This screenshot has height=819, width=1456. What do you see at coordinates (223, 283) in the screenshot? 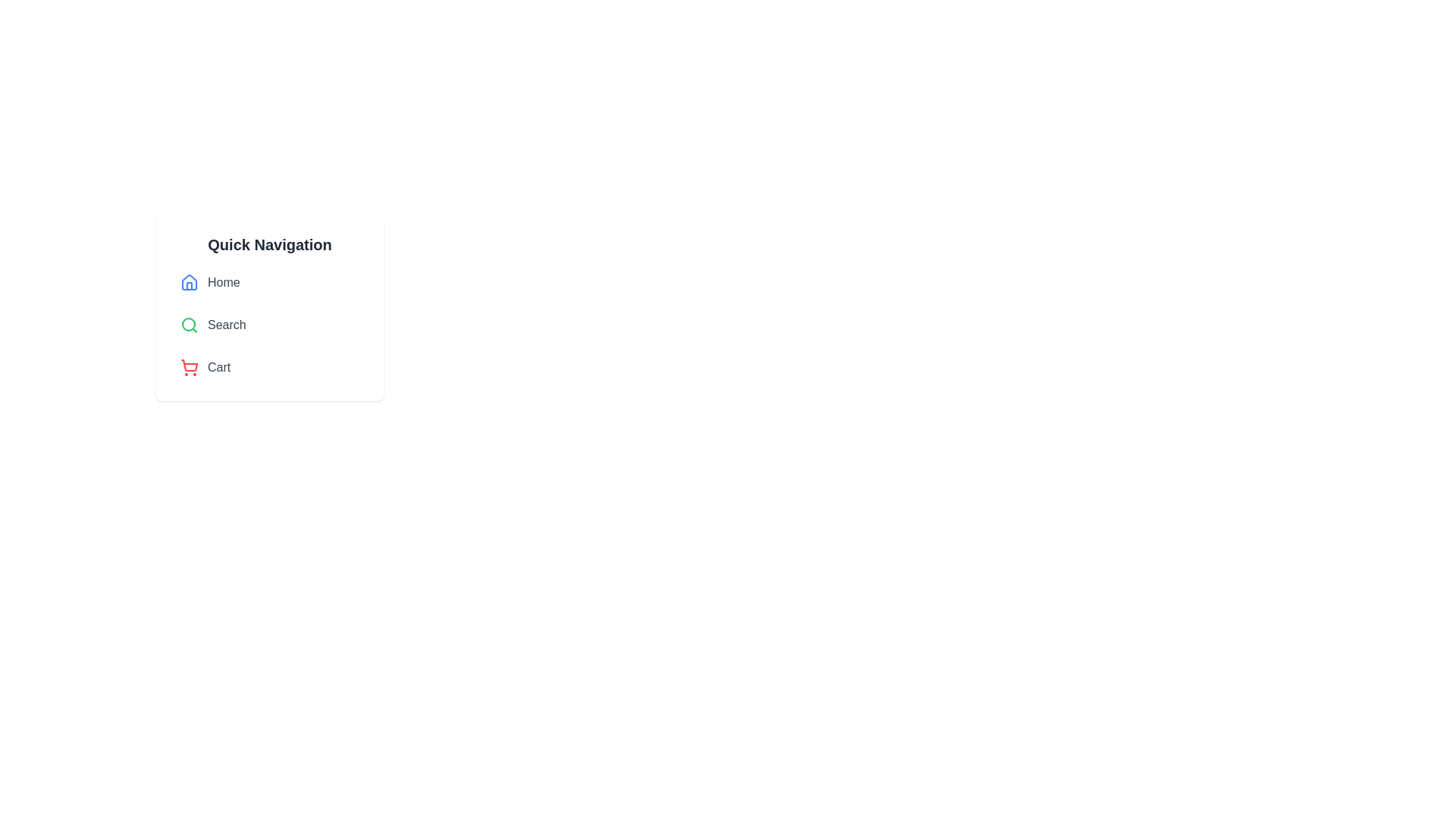
I see `the hyperlink in the Quick Navigation section, which is positioned to the right of a house icon, to trigger a visual change` at bounding box center [223, 283].